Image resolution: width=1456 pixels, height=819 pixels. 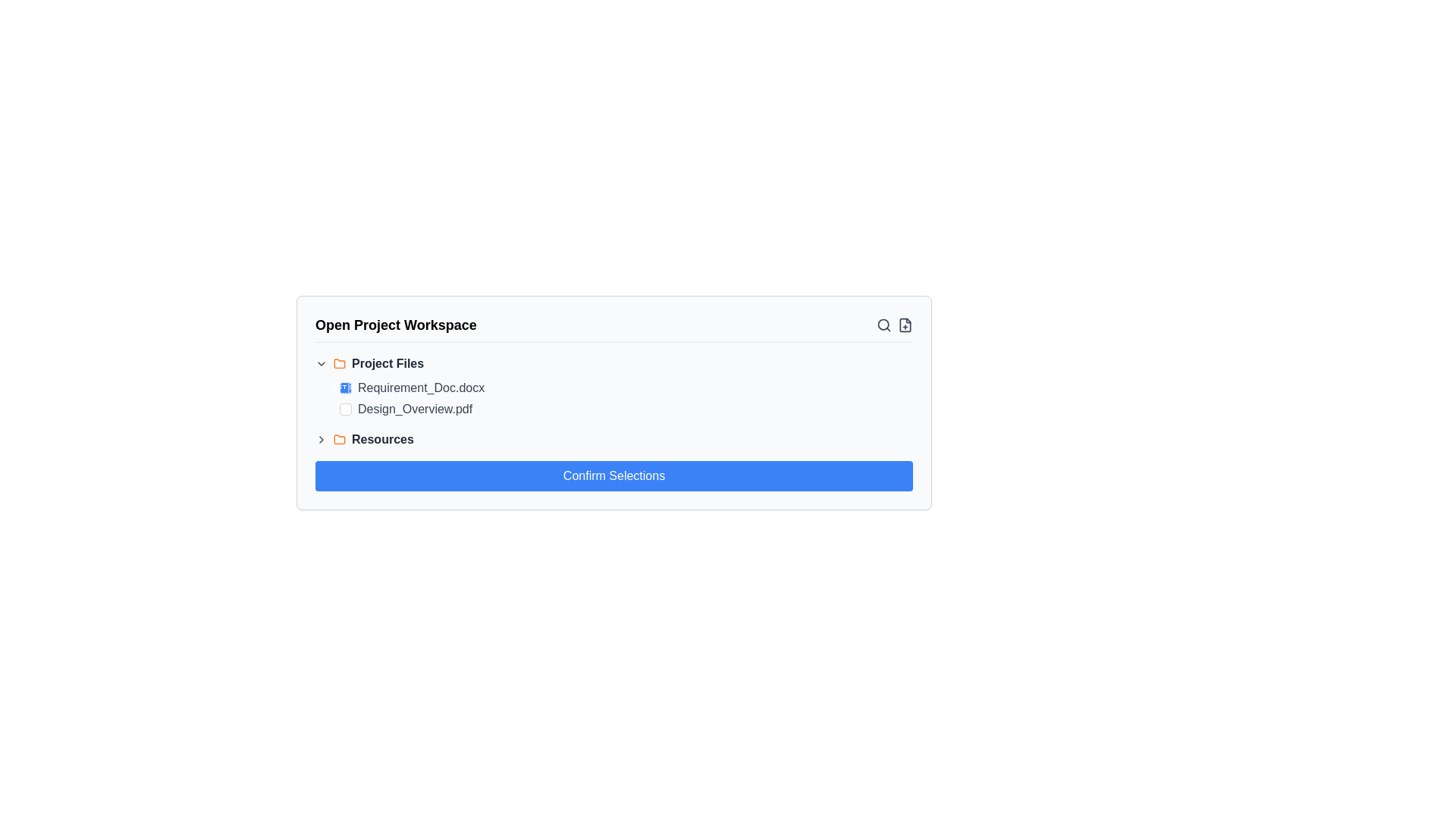 I want to click on the Checkbox-style indicator located to the immediate left of 'Requirement_Doc.docx', so click(x=345, y=388).